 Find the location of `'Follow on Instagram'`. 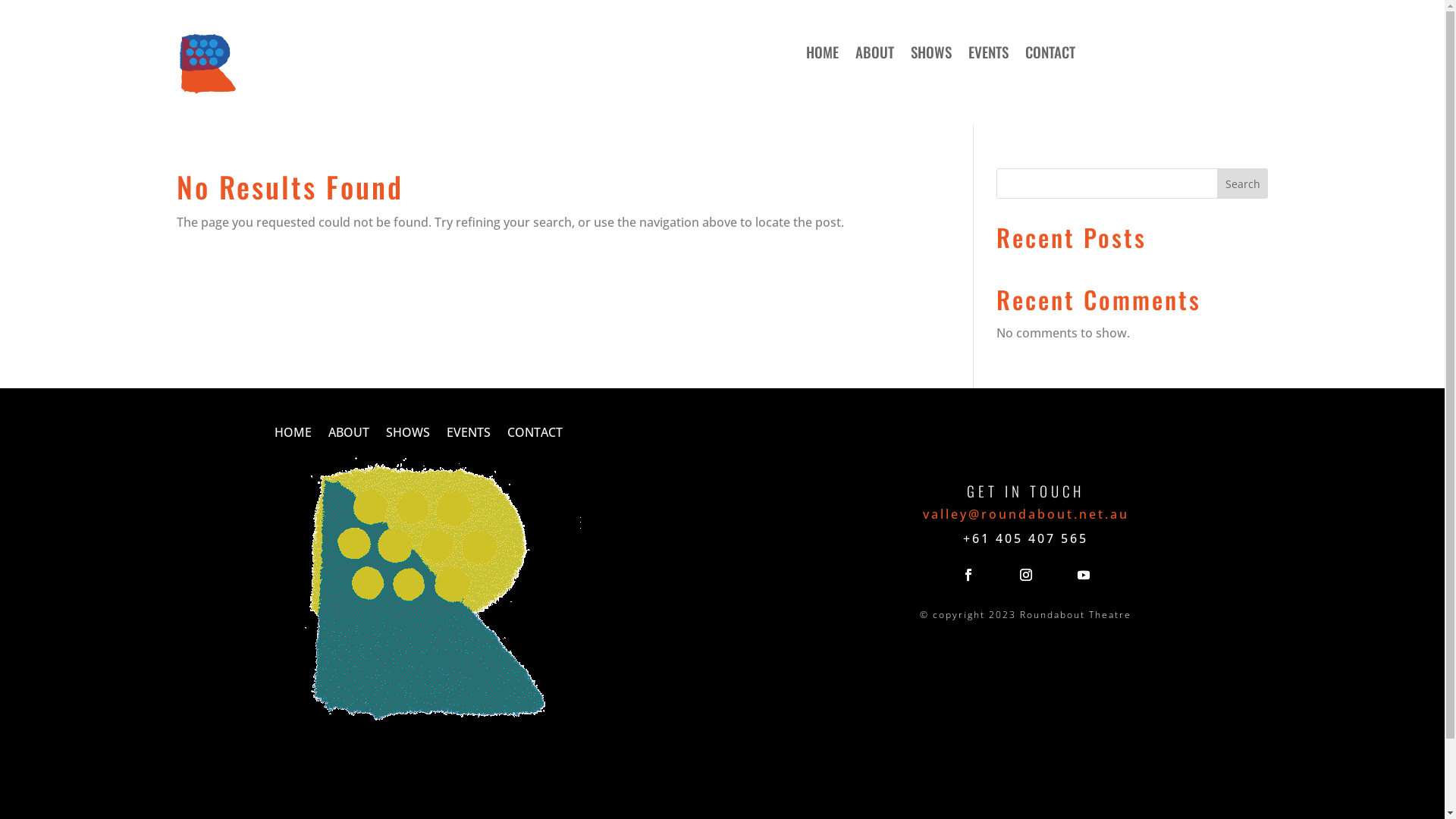

'Follow on Instagram' is located at coordinates (1026, 575).